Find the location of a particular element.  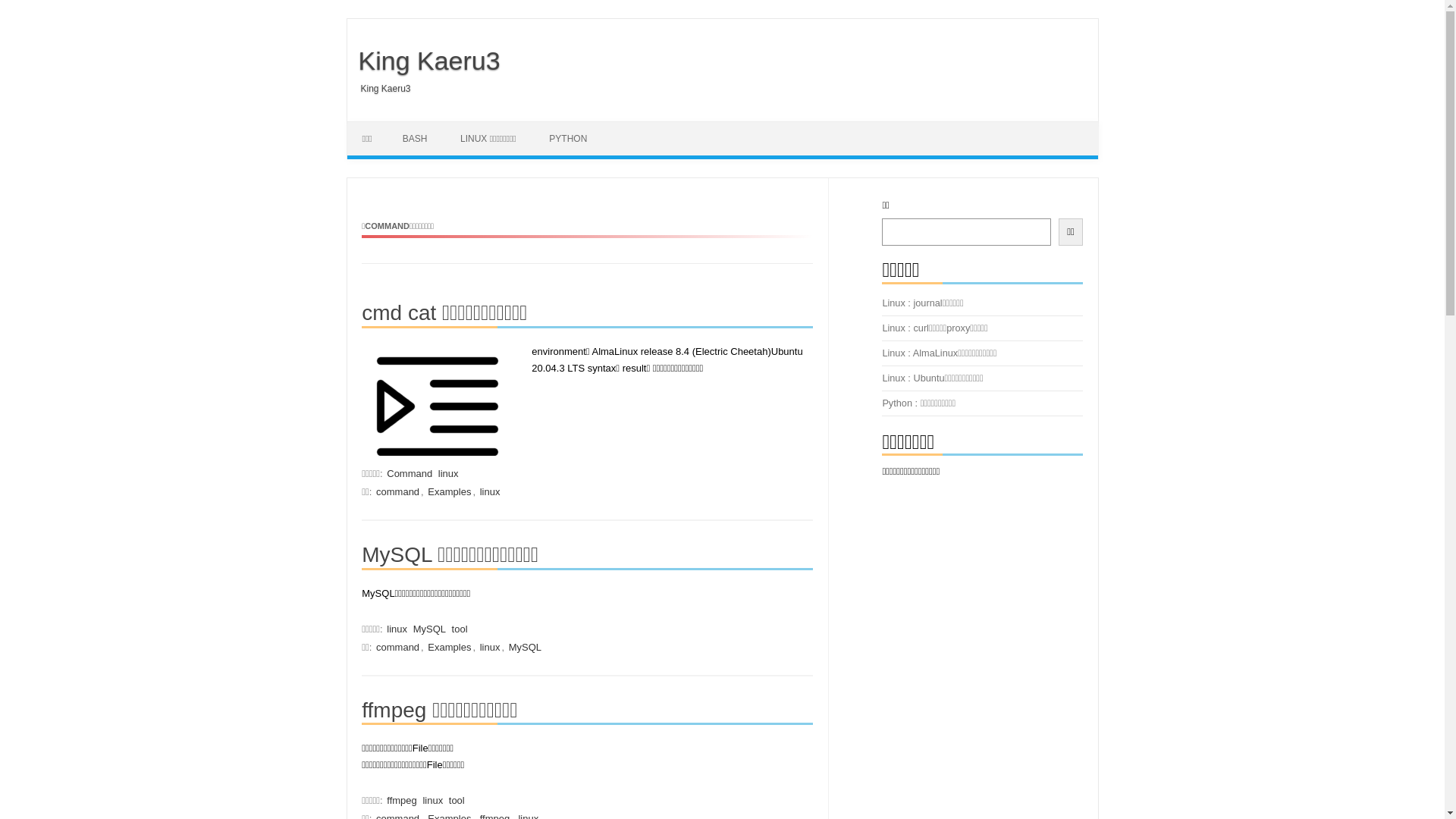

'linux' is located at coordinates (431, 799).